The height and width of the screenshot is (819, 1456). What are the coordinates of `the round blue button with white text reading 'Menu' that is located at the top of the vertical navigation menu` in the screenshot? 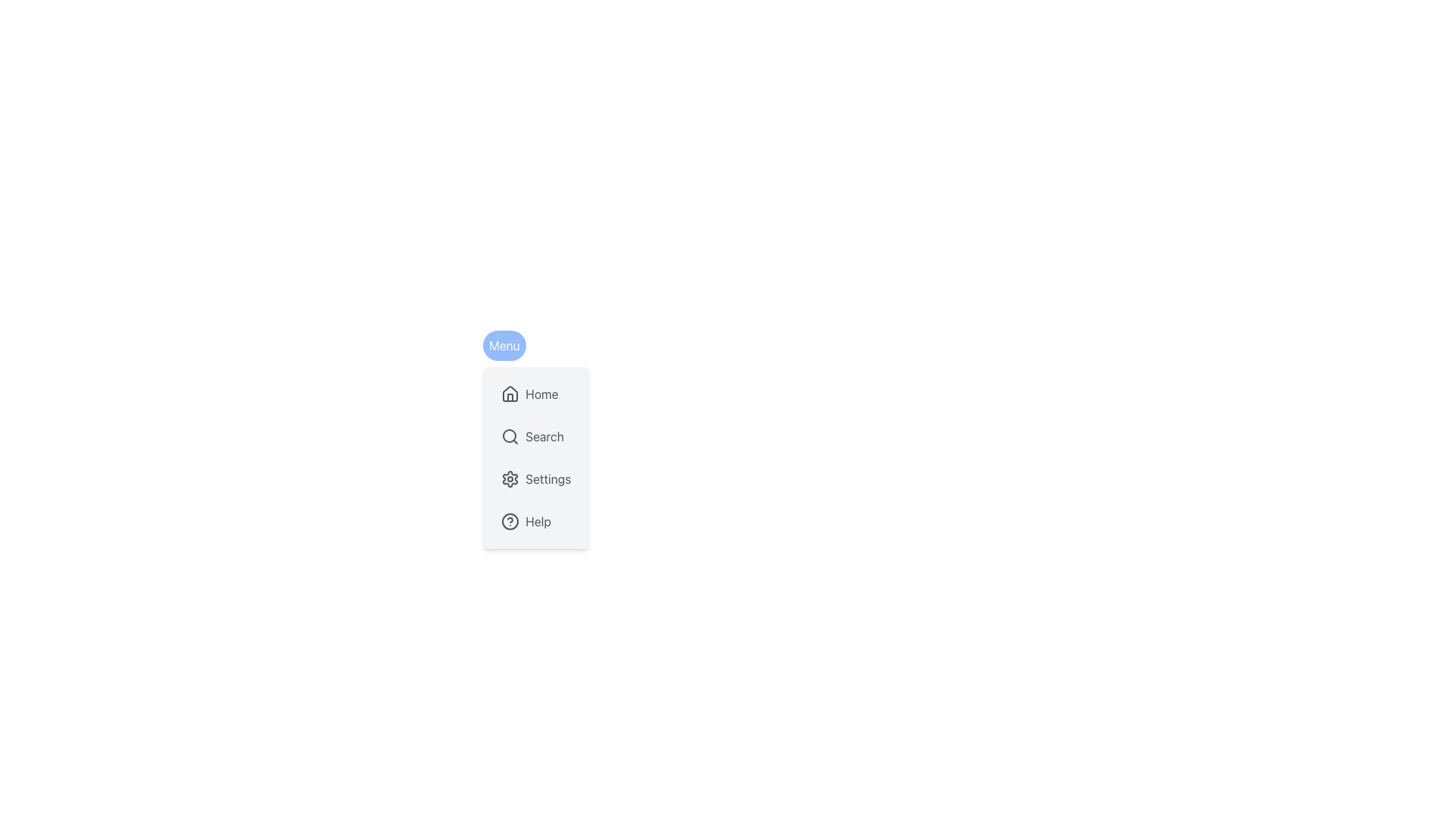 It's located at (504, 345).